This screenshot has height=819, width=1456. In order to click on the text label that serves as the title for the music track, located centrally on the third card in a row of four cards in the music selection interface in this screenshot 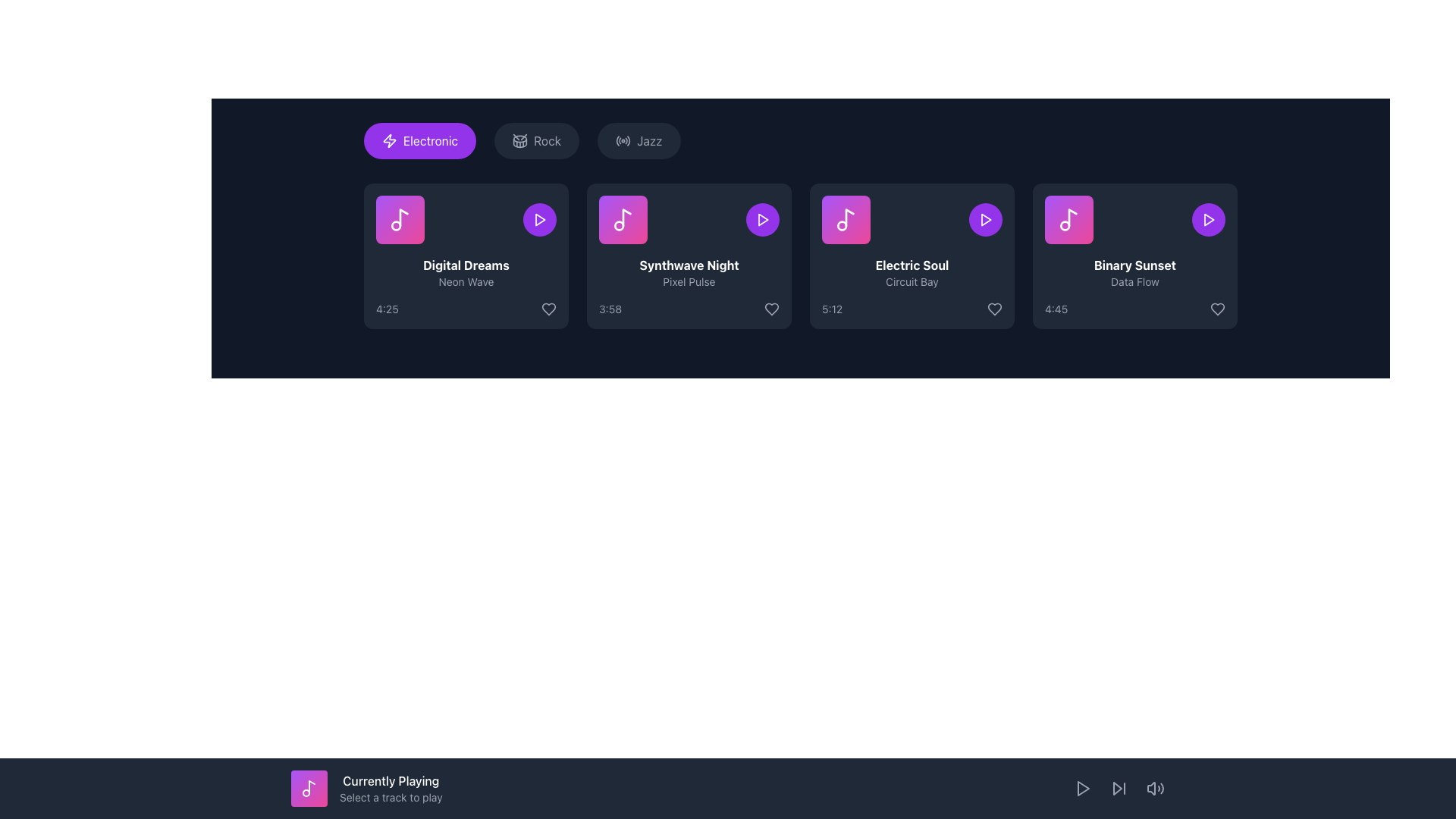, I will do `click(688, 265)`.